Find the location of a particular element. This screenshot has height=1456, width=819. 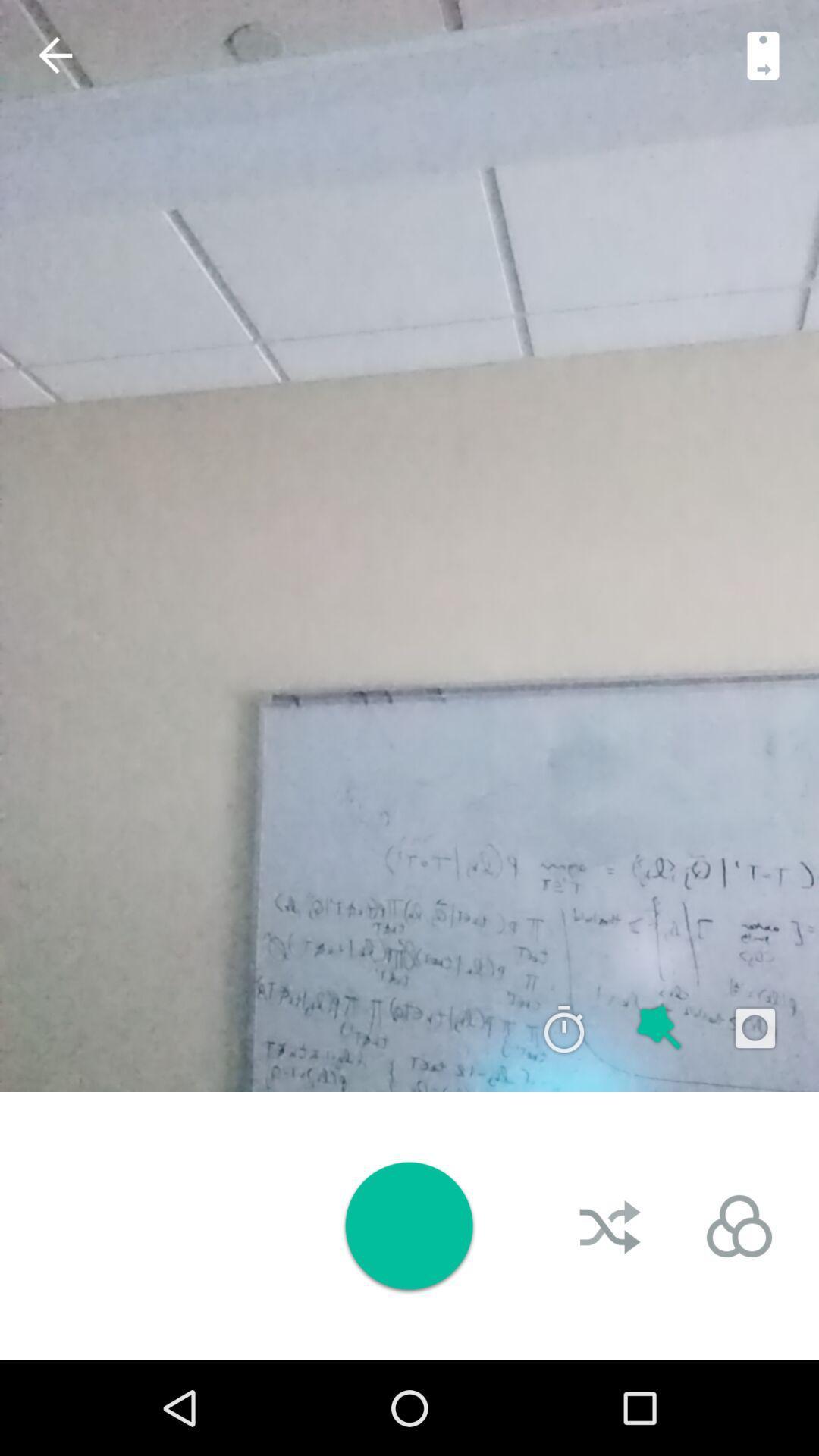

take picture is located at coordinates (408, 1225).